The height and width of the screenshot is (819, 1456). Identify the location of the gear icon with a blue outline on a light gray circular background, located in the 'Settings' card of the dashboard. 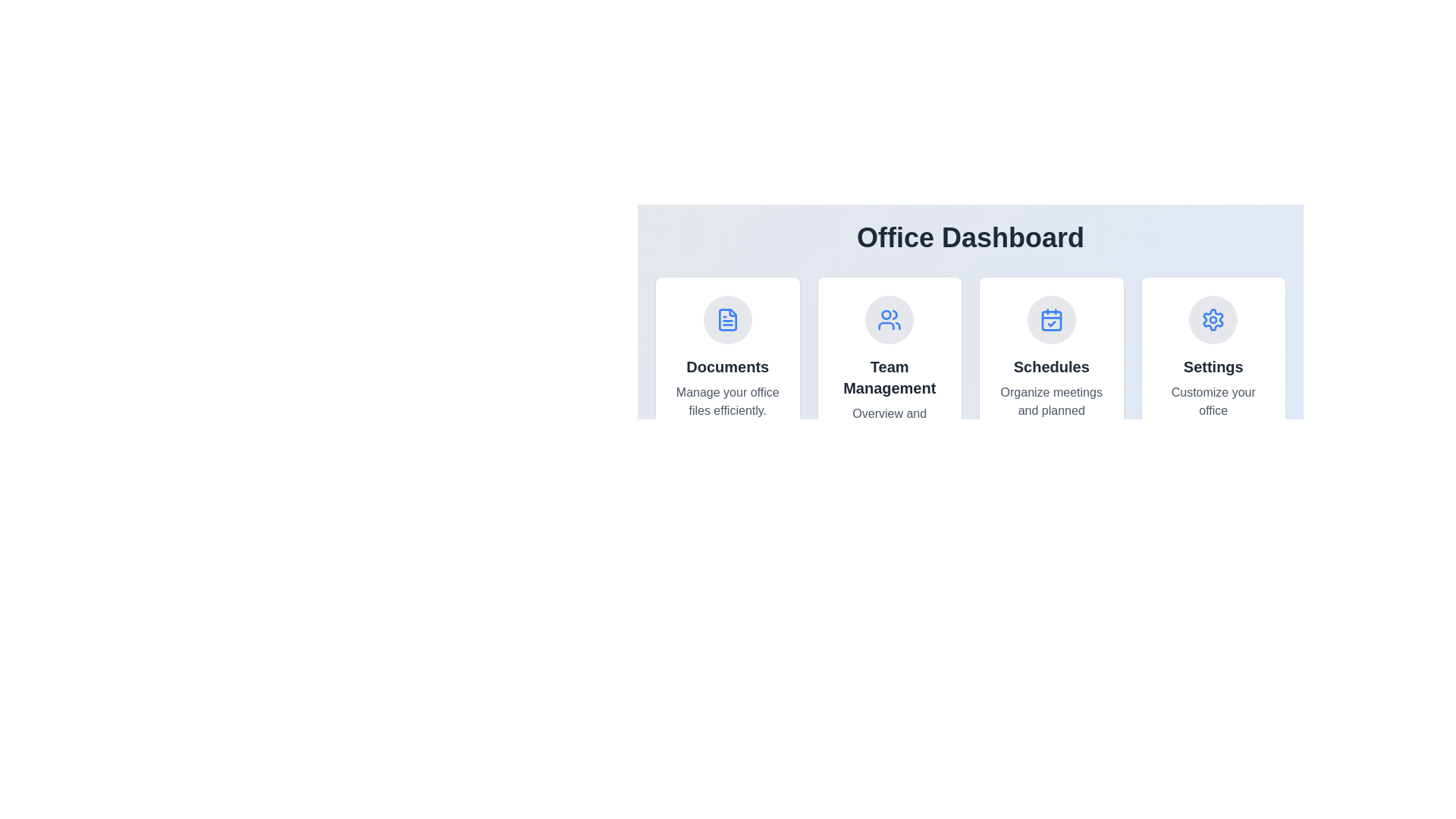
(1213, 318).